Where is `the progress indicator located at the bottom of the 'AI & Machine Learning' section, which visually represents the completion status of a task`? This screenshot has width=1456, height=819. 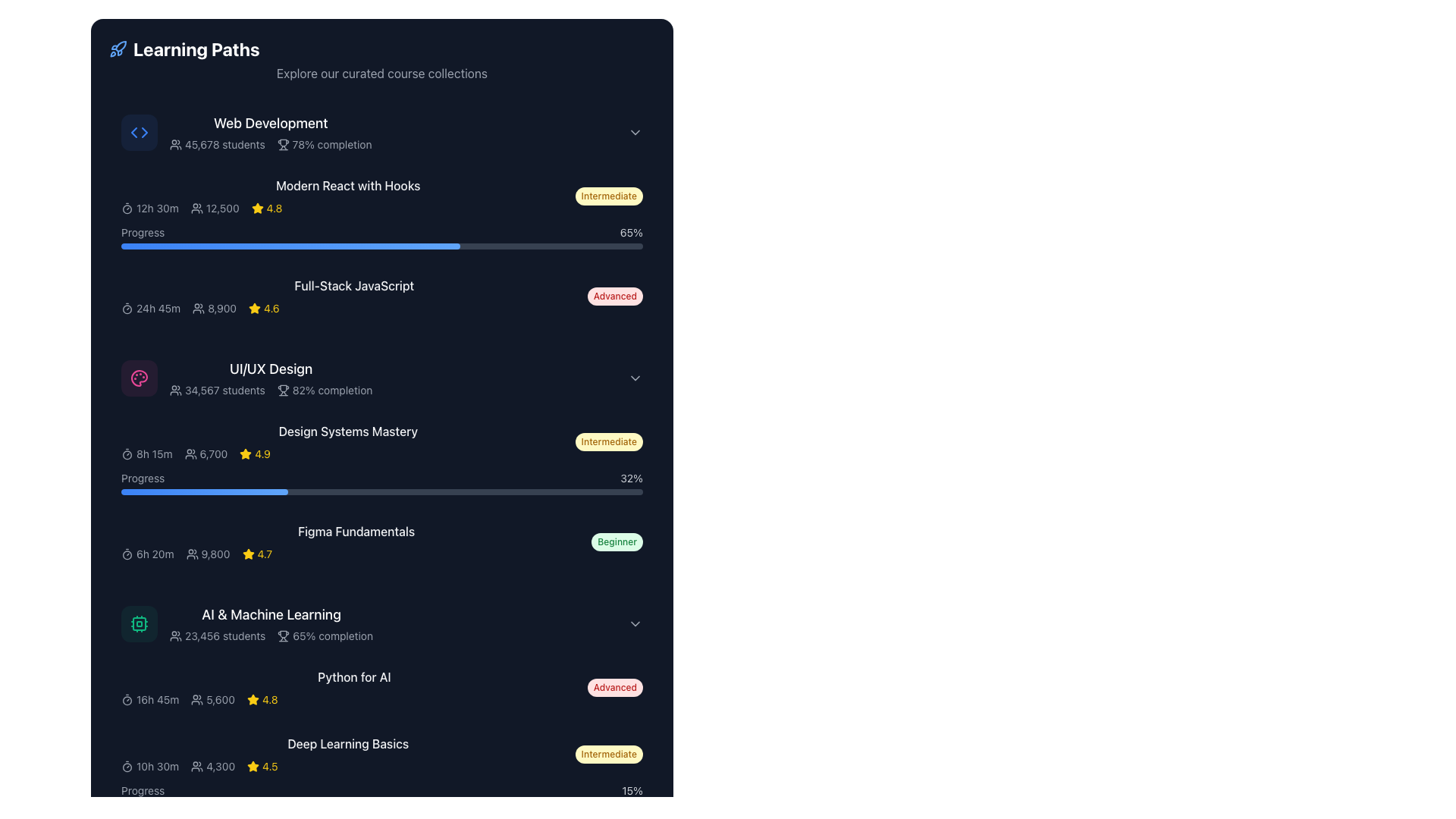
the progress indicator located at the bottom of the 'AI & Machine Learning' section, which visually represents the completion status of a task is located at coordinates (160, 803).